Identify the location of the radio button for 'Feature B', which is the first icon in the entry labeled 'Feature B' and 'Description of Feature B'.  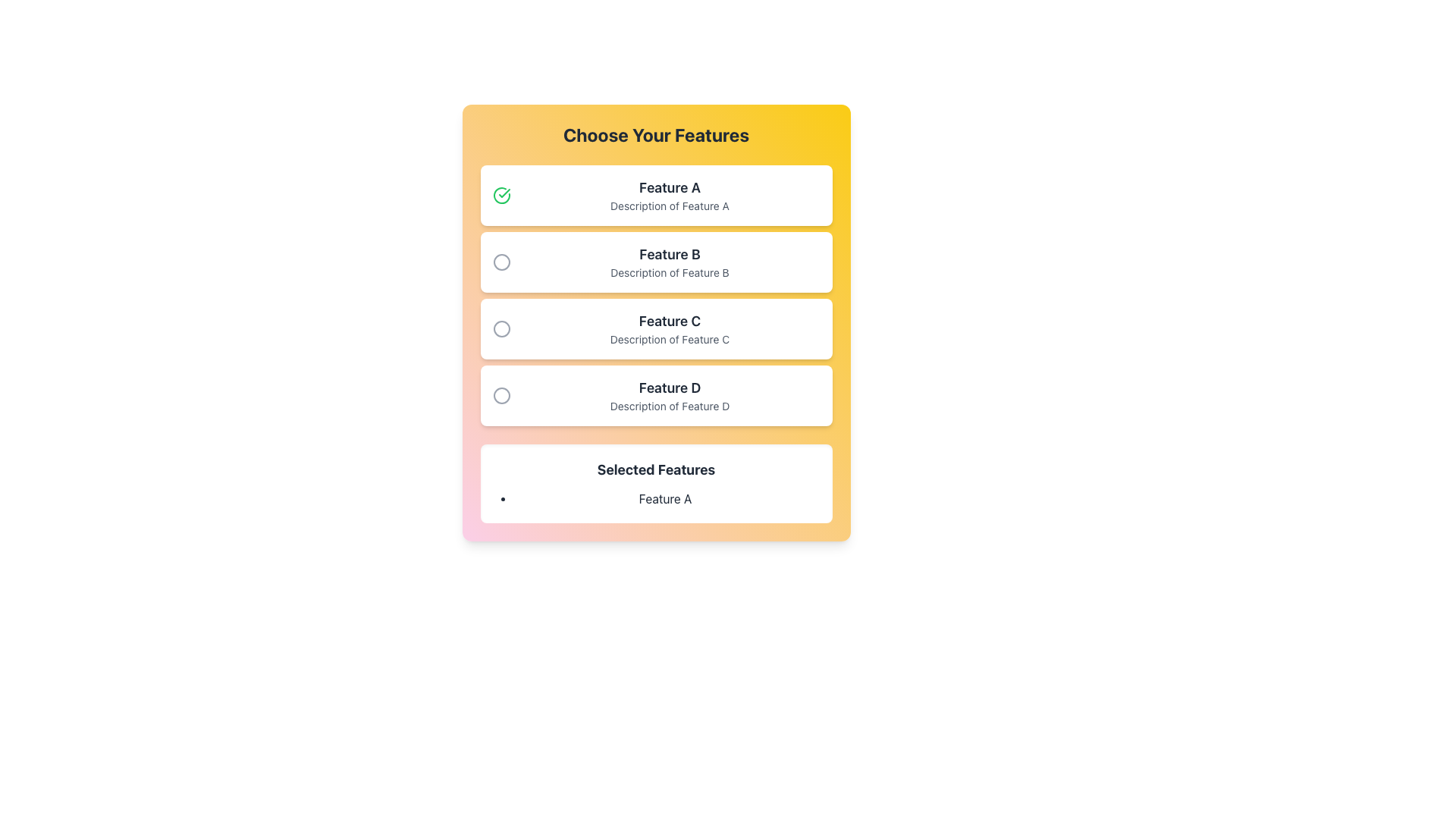
(501, 262).